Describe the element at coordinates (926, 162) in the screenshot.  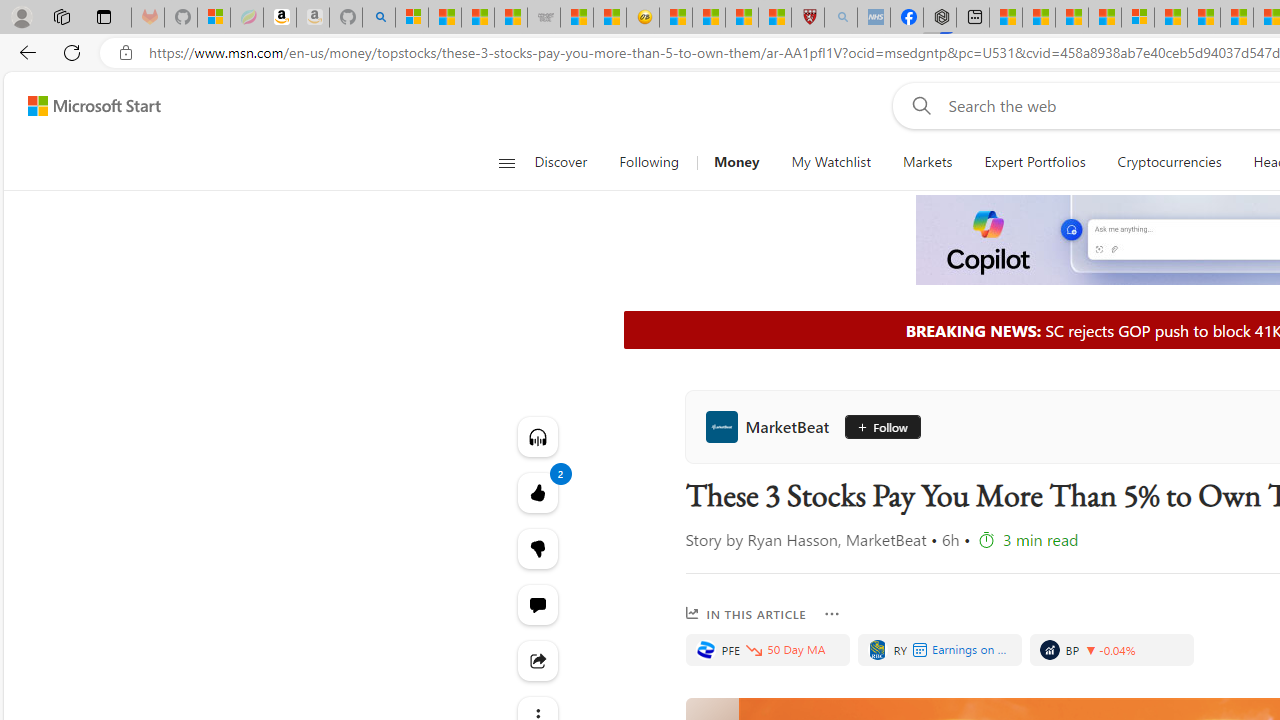
I see `'Markets'` at that location.